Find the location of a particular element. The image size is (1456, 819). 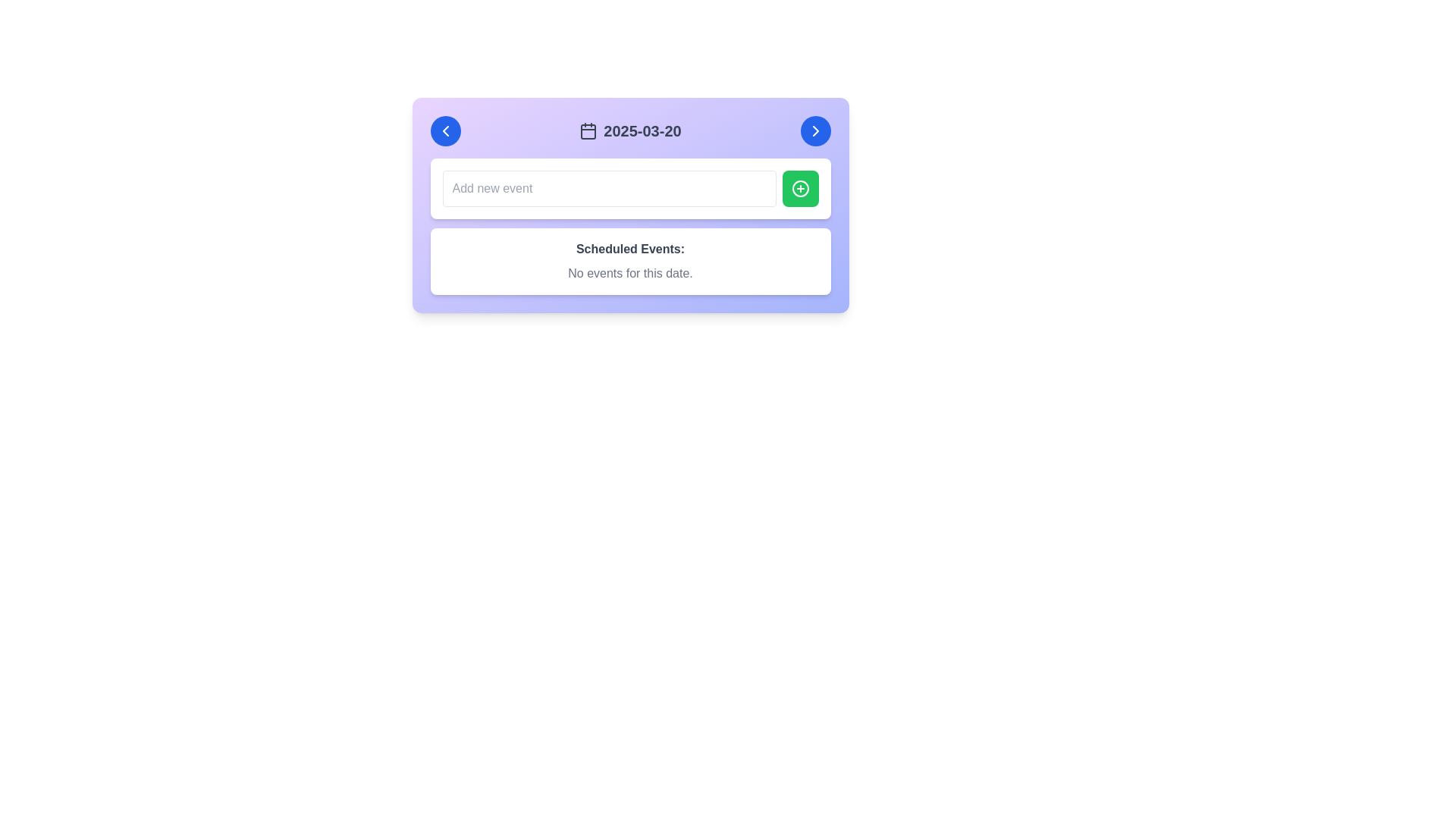

the green rounded button used for adding new items, located to the right of the 'Add new event' input field is located at coordinates (799, 188).